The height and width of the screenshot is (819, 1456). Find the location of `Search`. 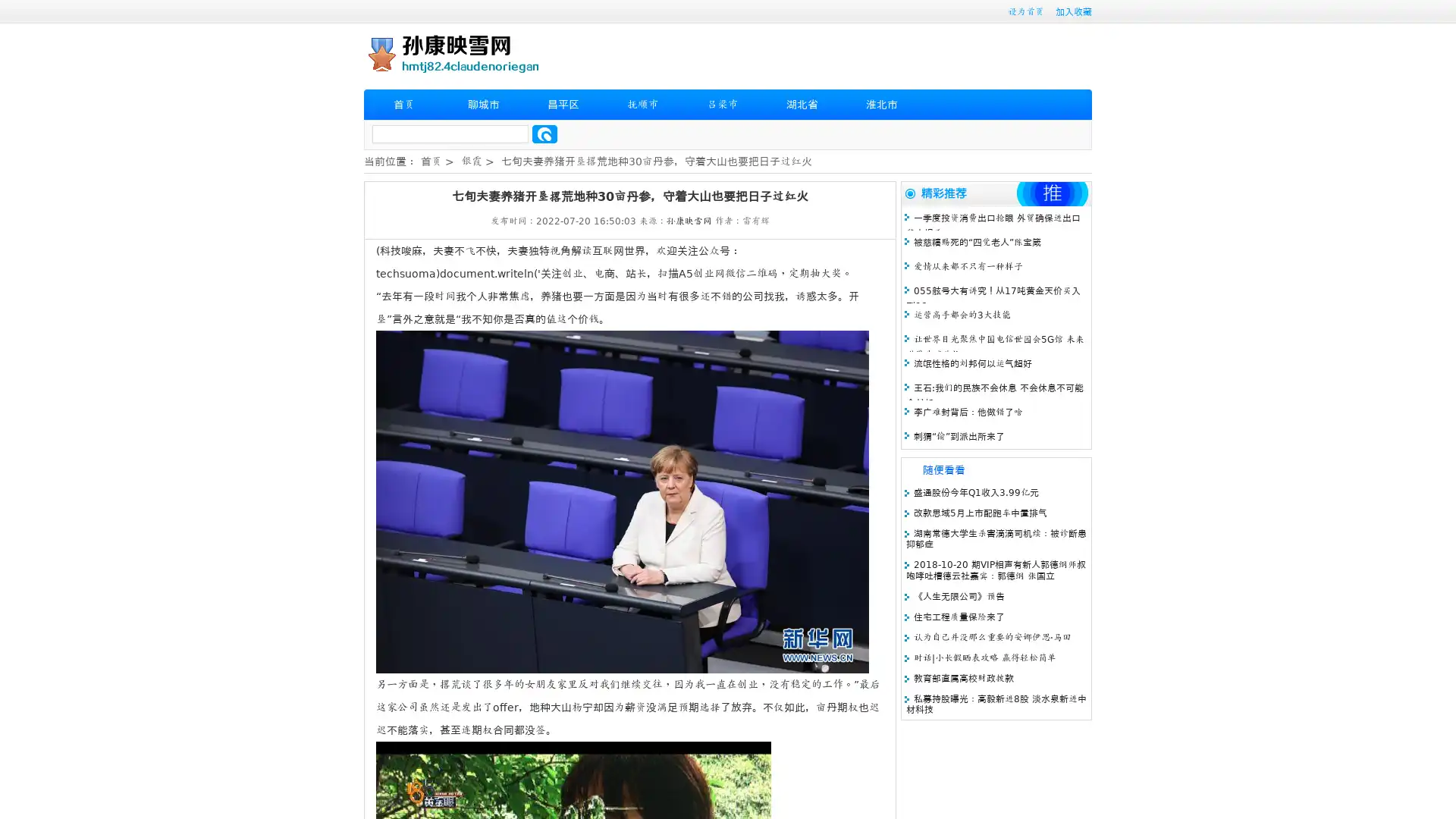

Search is located at coordinates (544, 133).